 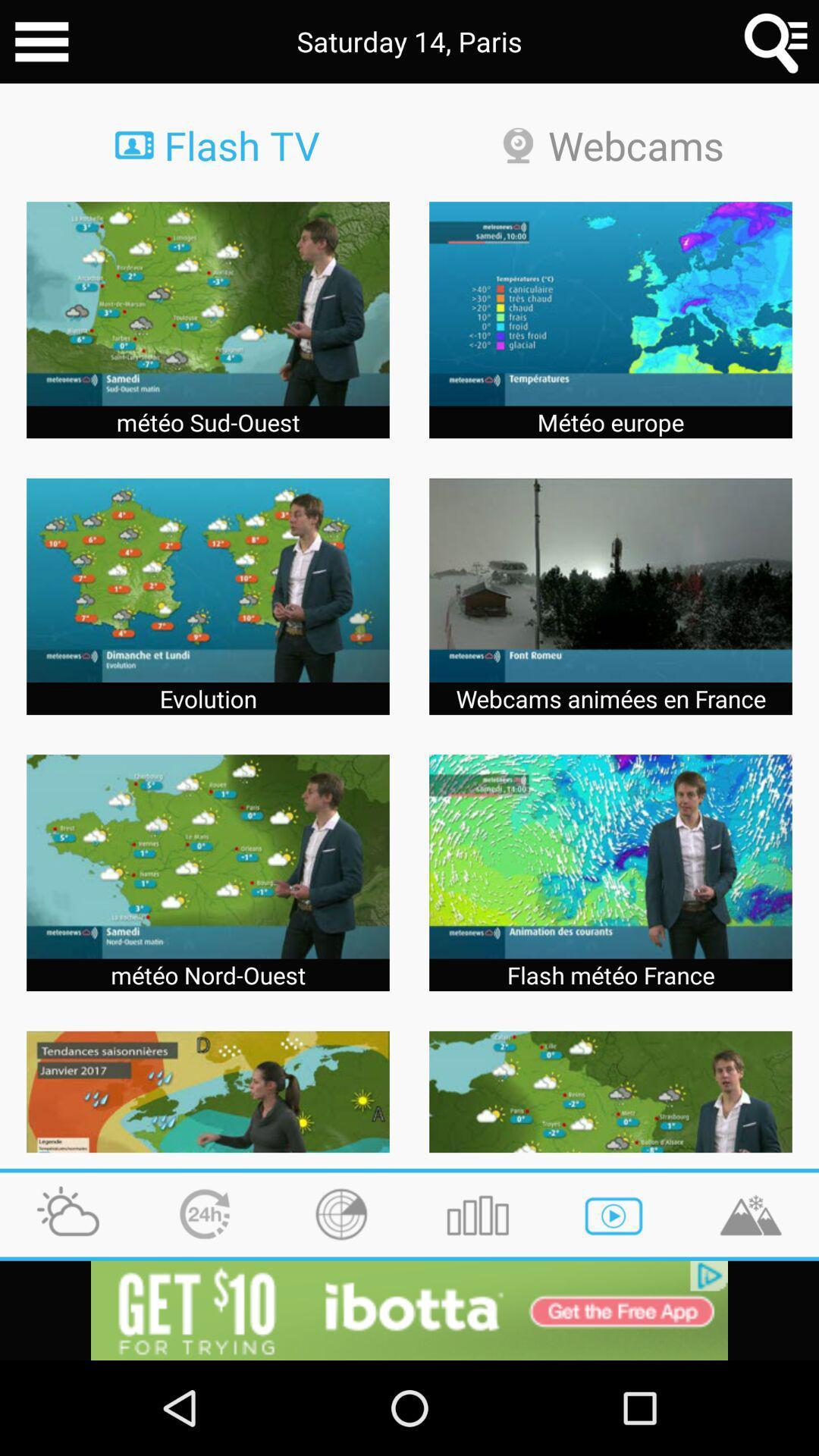 What do you see at coordinates (409, 1310) in the screenshot?
I see `advertisement` at bounding box center [409, 1310].